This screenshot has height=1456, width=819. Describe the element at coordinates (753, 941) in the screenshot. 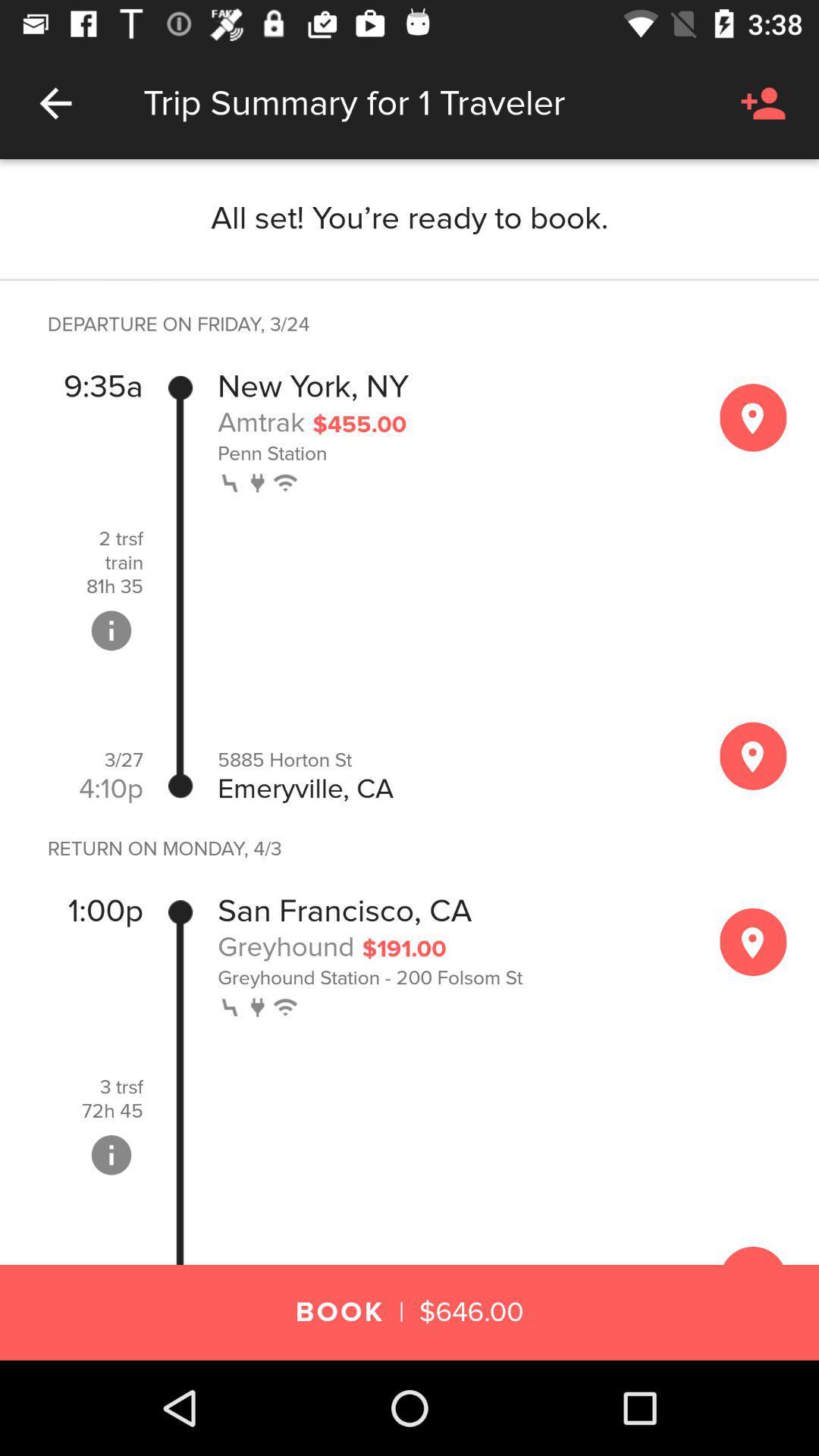

I see `see map of area` at that location.